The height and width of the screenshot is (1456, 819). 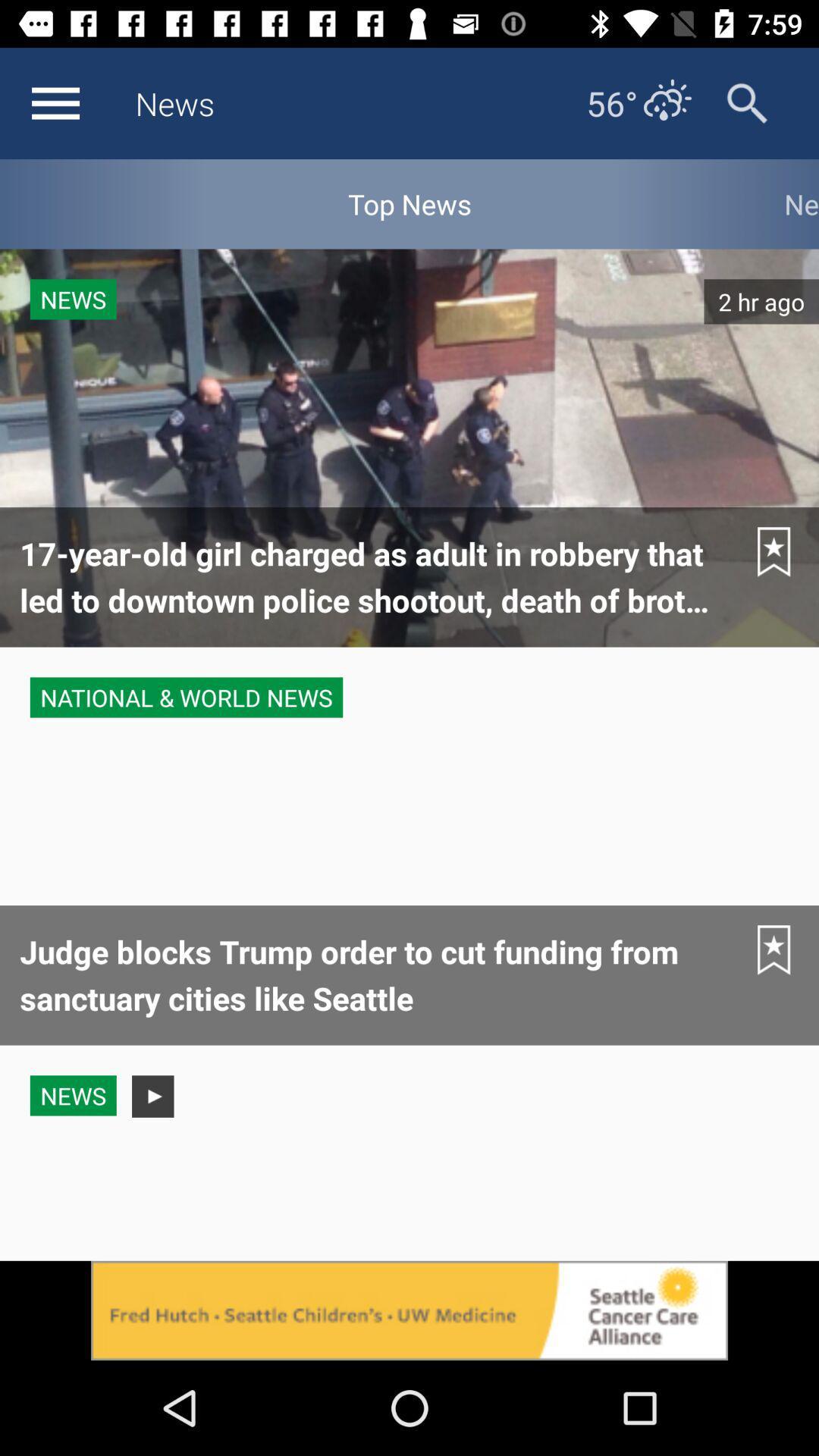 I want to click on the menu icon, so click(x=55, y=102).